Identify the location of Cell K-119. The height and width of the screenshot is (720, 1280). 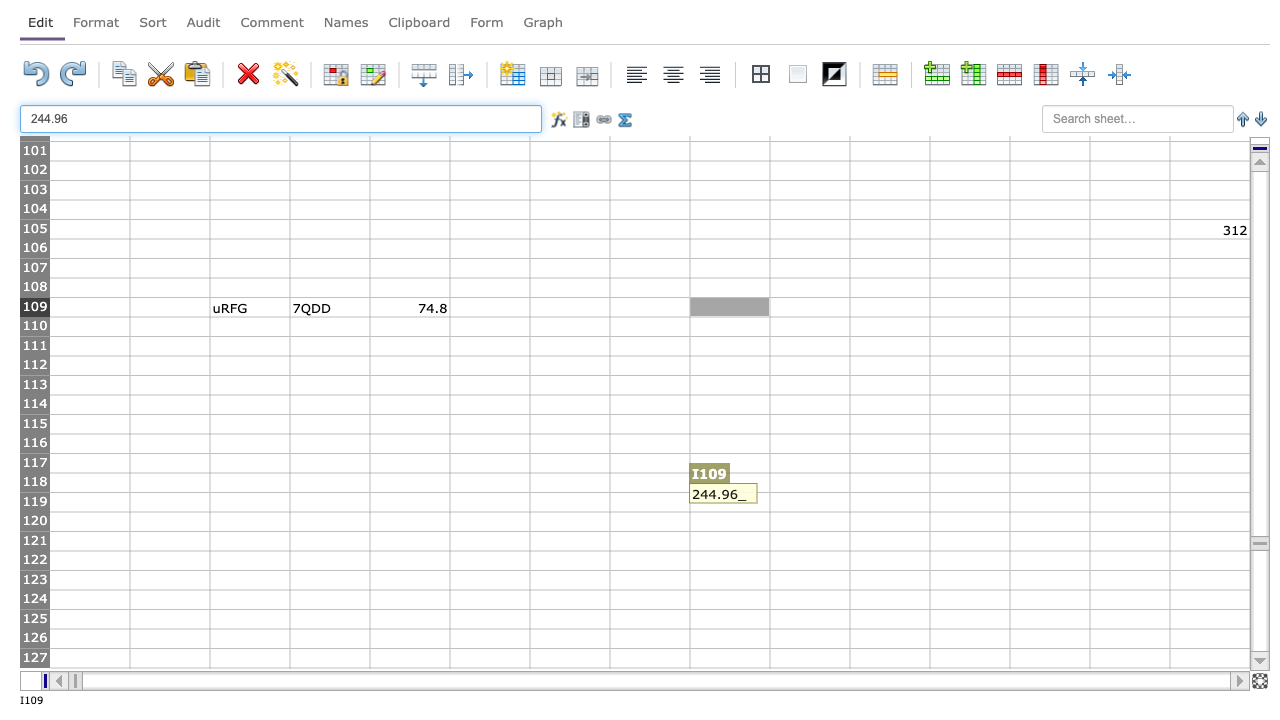
(888, 501).